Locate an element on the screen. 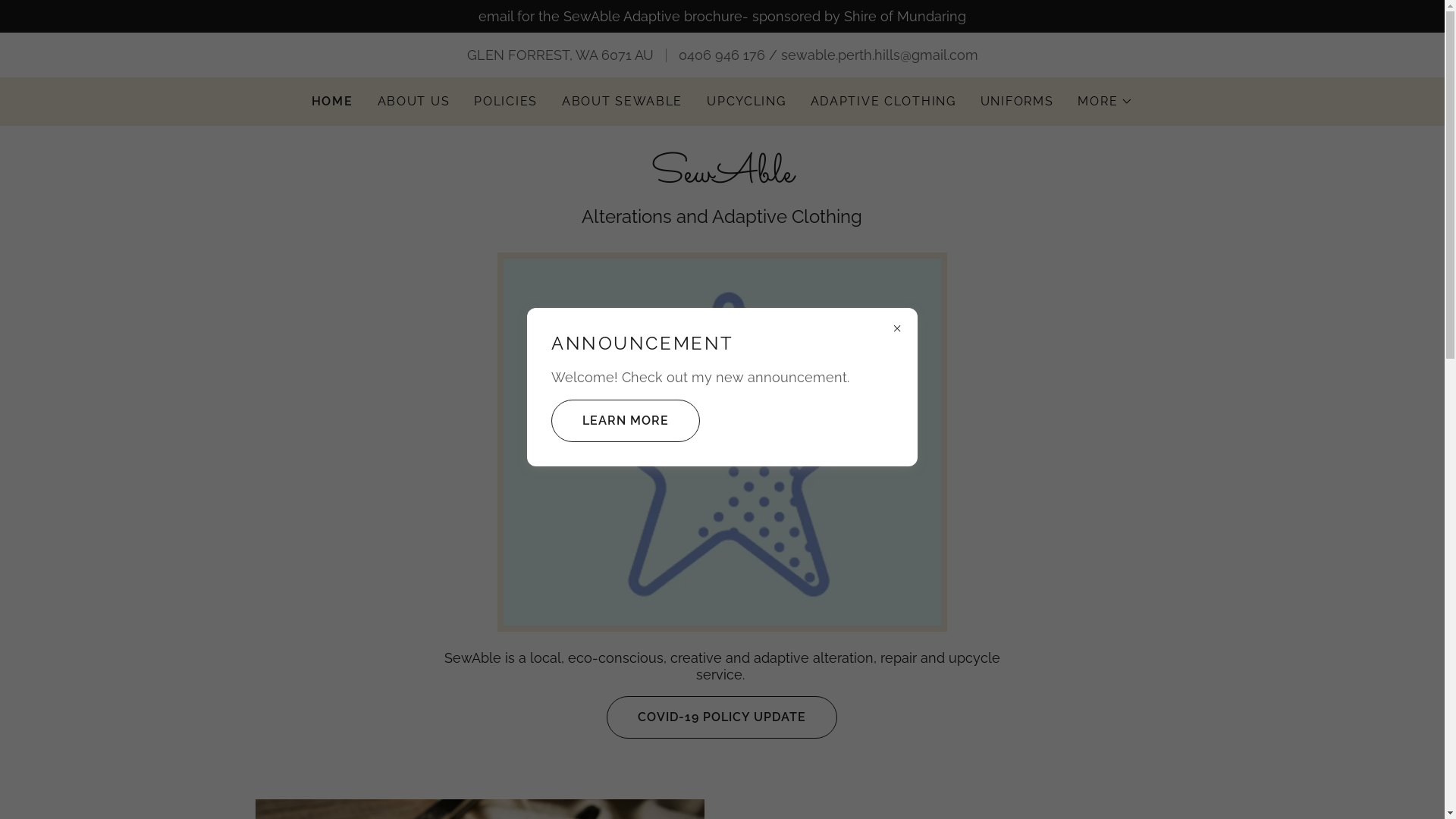 Image resolution: width=1456 pixels, height=819 pixels. 'MORE' is located at coordinates (1105, 102).